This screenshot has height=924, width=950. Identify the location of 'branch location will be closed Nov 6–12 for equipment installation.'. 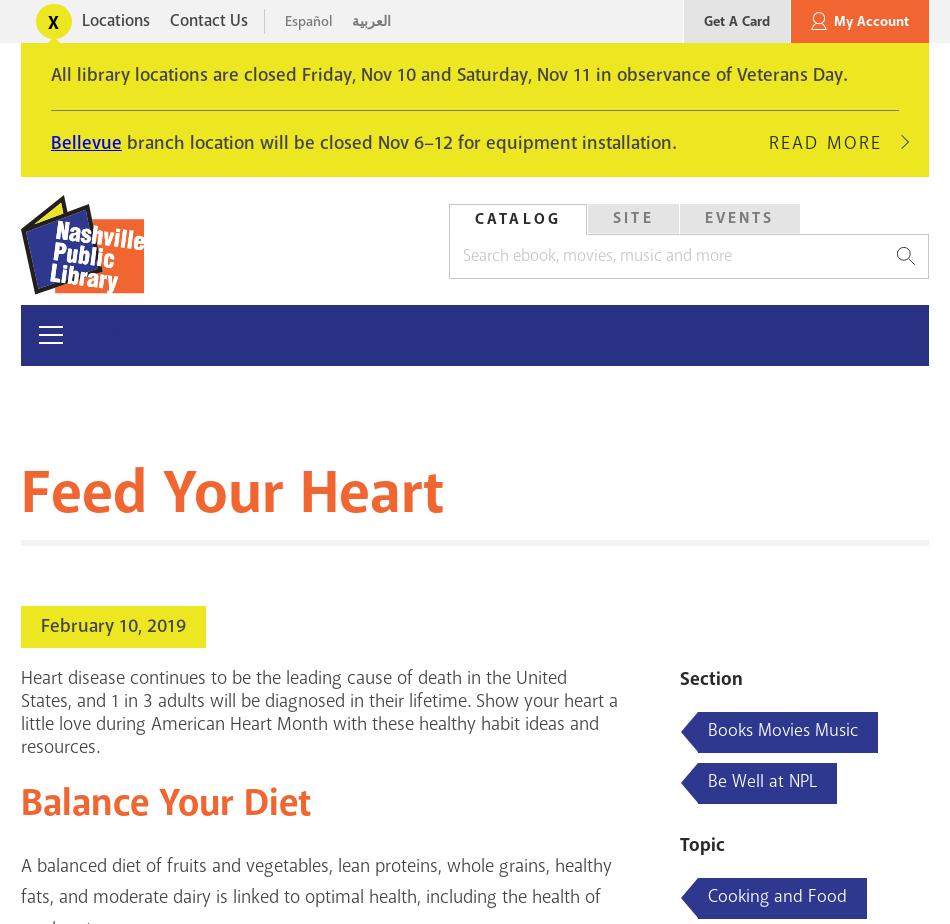
(398, 142).